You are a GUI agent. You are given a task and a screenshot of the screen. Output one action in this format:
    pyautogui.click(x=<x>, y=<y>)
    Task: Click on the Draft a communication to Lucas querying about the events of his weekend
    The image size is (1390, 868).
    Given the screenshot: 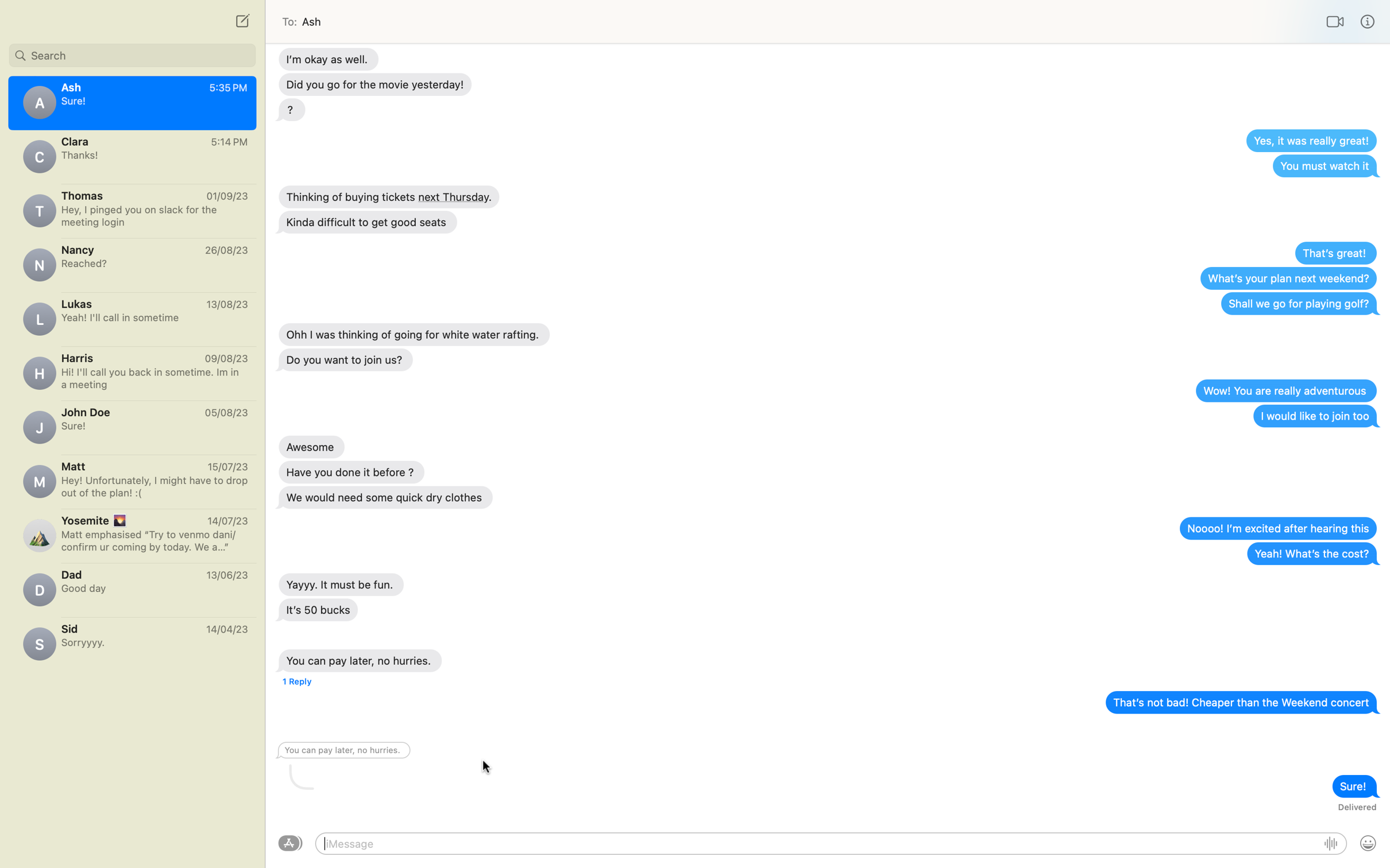 What is the action you would take?
    pyautogui.click(x=132, y=316)
    